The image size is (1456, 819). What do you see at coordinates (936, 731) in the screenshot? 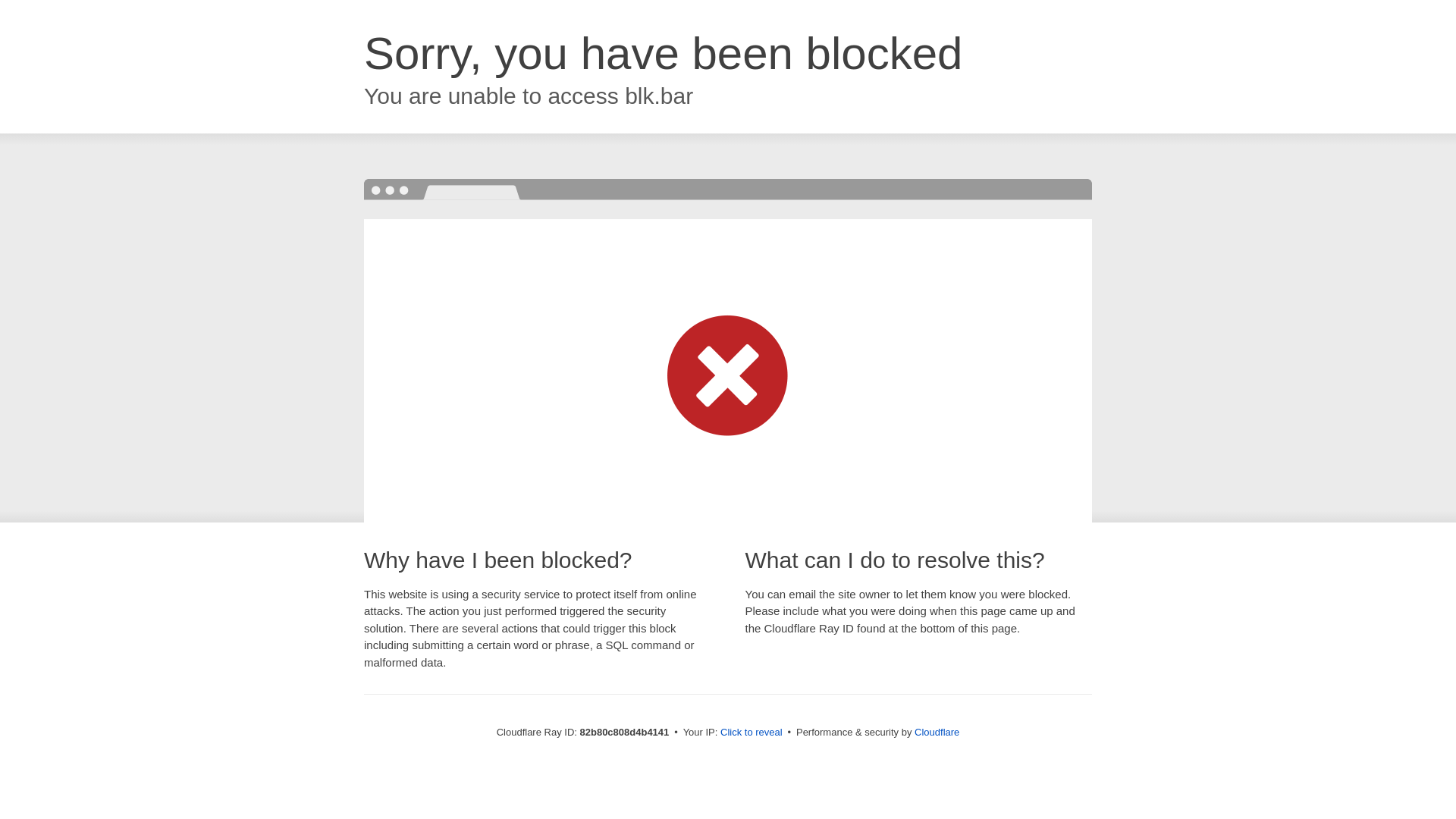
I see `'Cloudflare'` at bounding box center [936, 731].